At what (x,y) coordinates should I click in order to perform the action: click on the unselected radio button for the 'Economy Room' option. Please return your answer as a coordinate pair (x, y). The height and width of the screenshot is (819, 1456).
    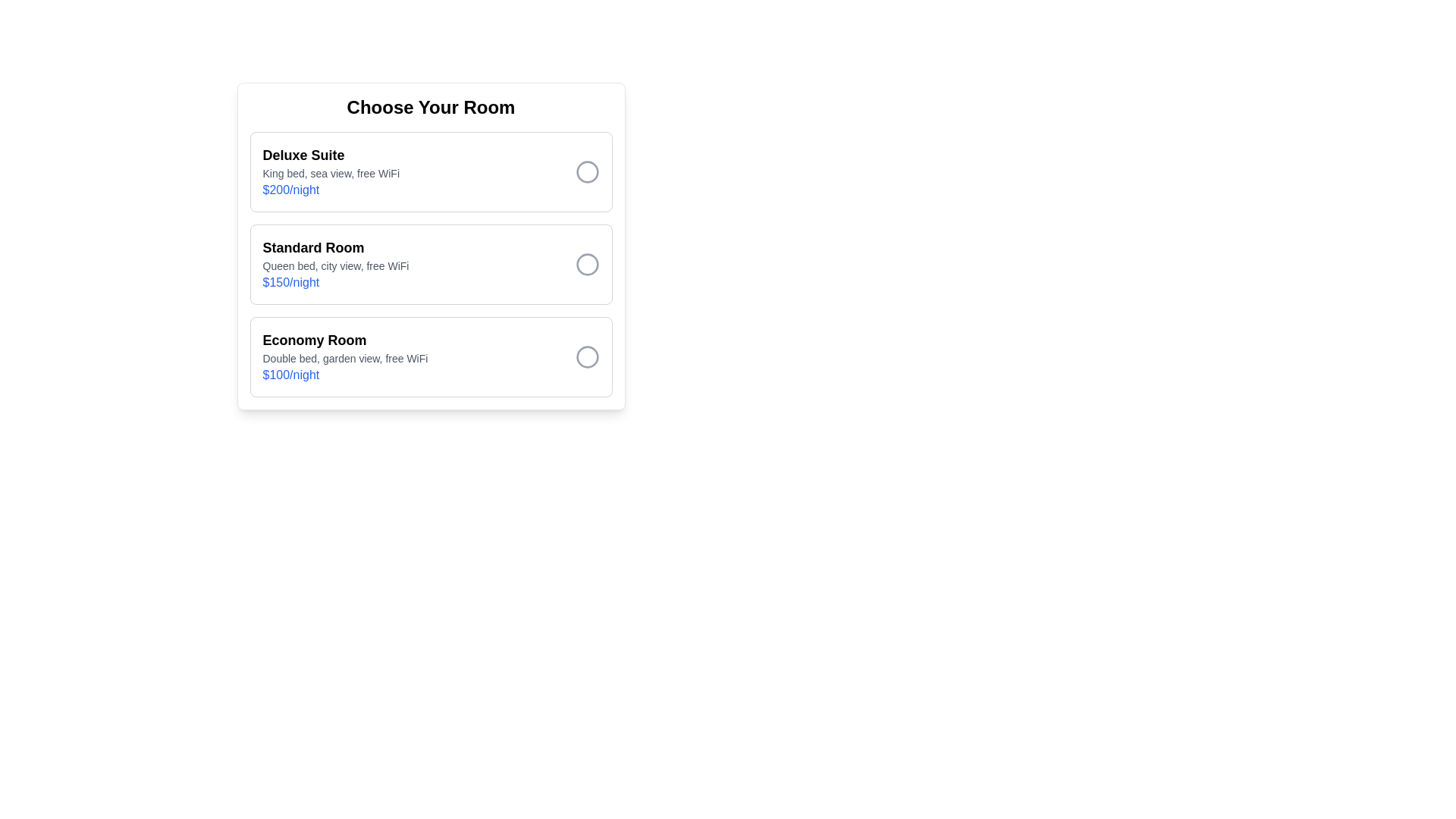
    Looking at the image, I should click on (586, 356).